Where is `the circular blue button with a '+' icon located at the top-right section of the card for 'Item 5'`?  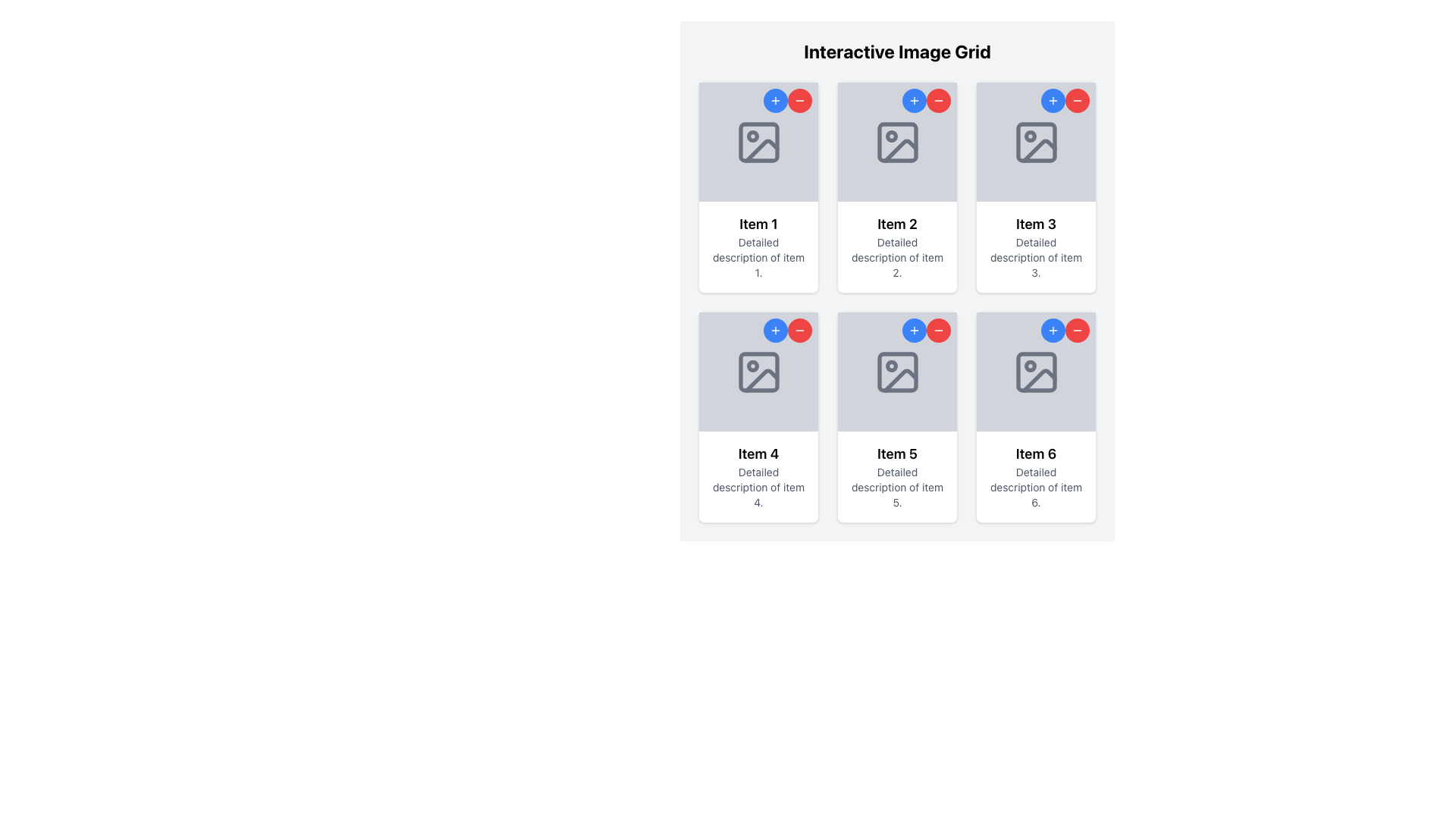 the circular blue button with a '+' icon located at the top-right section of the card for 'Item 5' is located at coordinates (913, 329).